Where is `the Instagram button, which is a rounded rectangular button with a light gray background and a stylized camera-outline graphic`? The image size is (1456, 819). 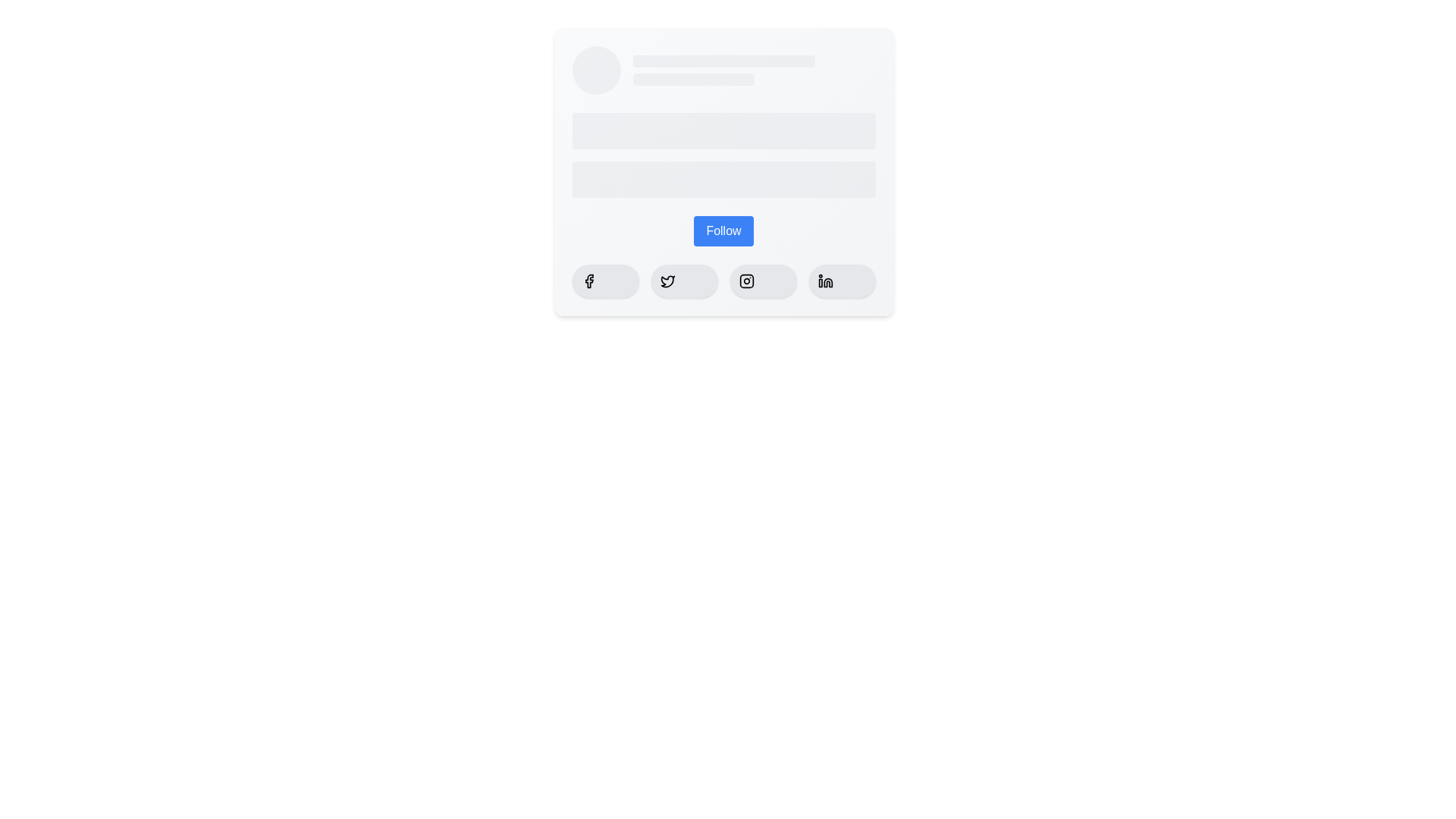 the Instagram button, which is a rounded rectangular button with a light gray background and a stylized camera-outline graphic is located at coordinates (763, 281).